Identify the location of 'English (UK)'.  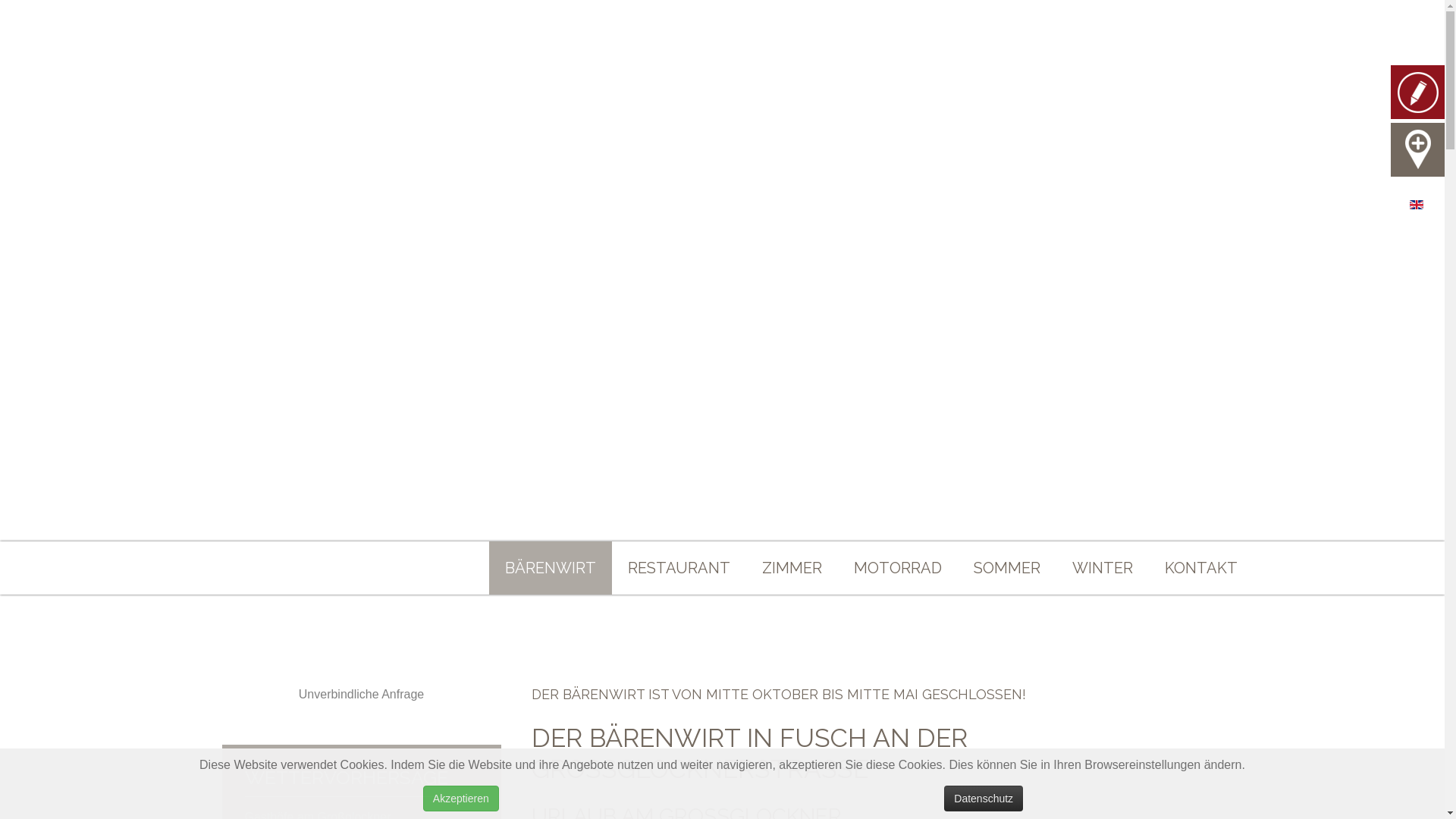
(1408, 205).